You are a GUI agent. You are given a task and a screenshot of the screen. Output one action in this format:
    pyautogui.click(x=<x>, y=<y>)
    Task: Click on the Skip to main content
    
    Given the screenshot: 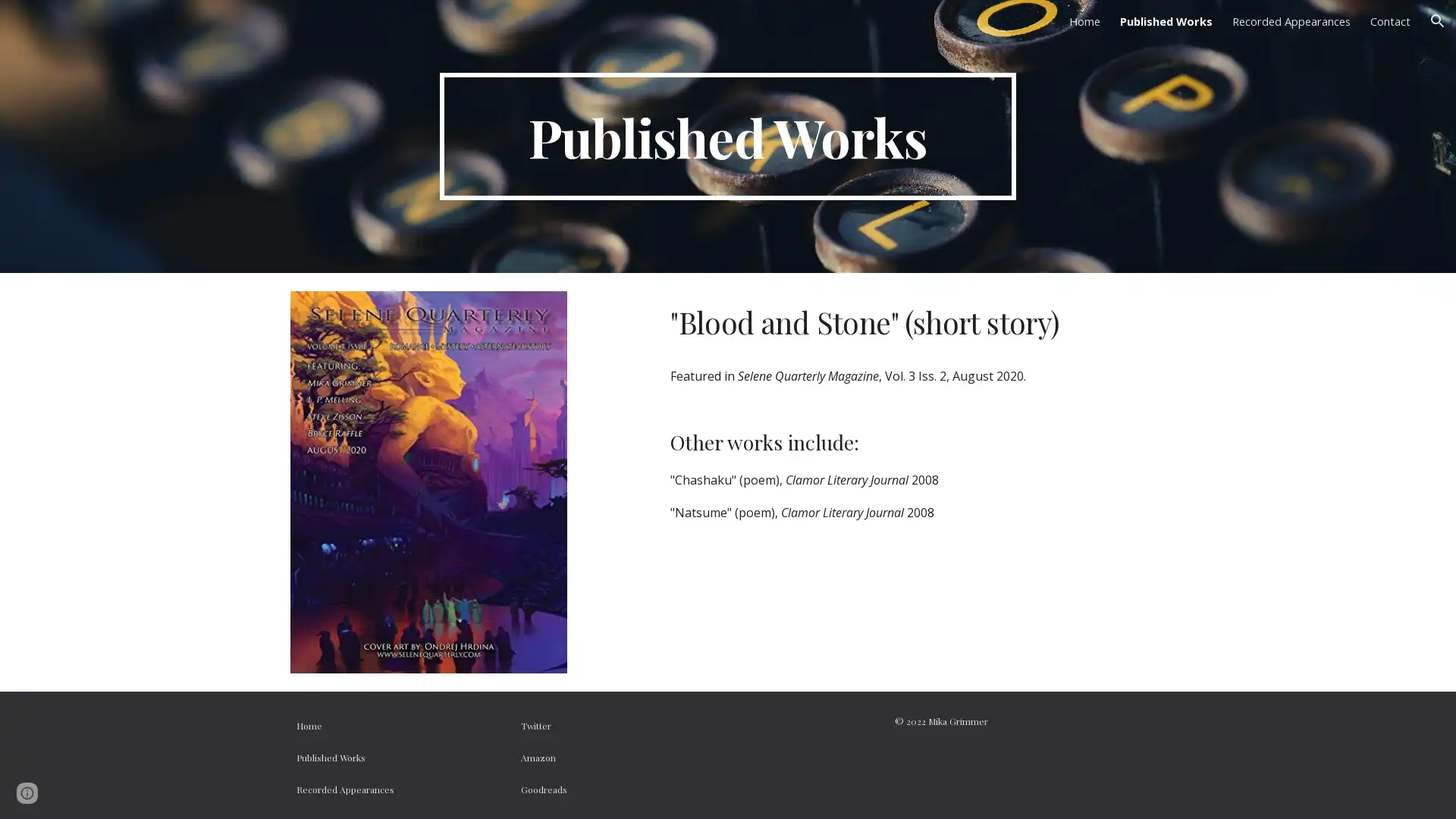 What is the action you would take?
    pyautogui.click(x=597, y=28)
    